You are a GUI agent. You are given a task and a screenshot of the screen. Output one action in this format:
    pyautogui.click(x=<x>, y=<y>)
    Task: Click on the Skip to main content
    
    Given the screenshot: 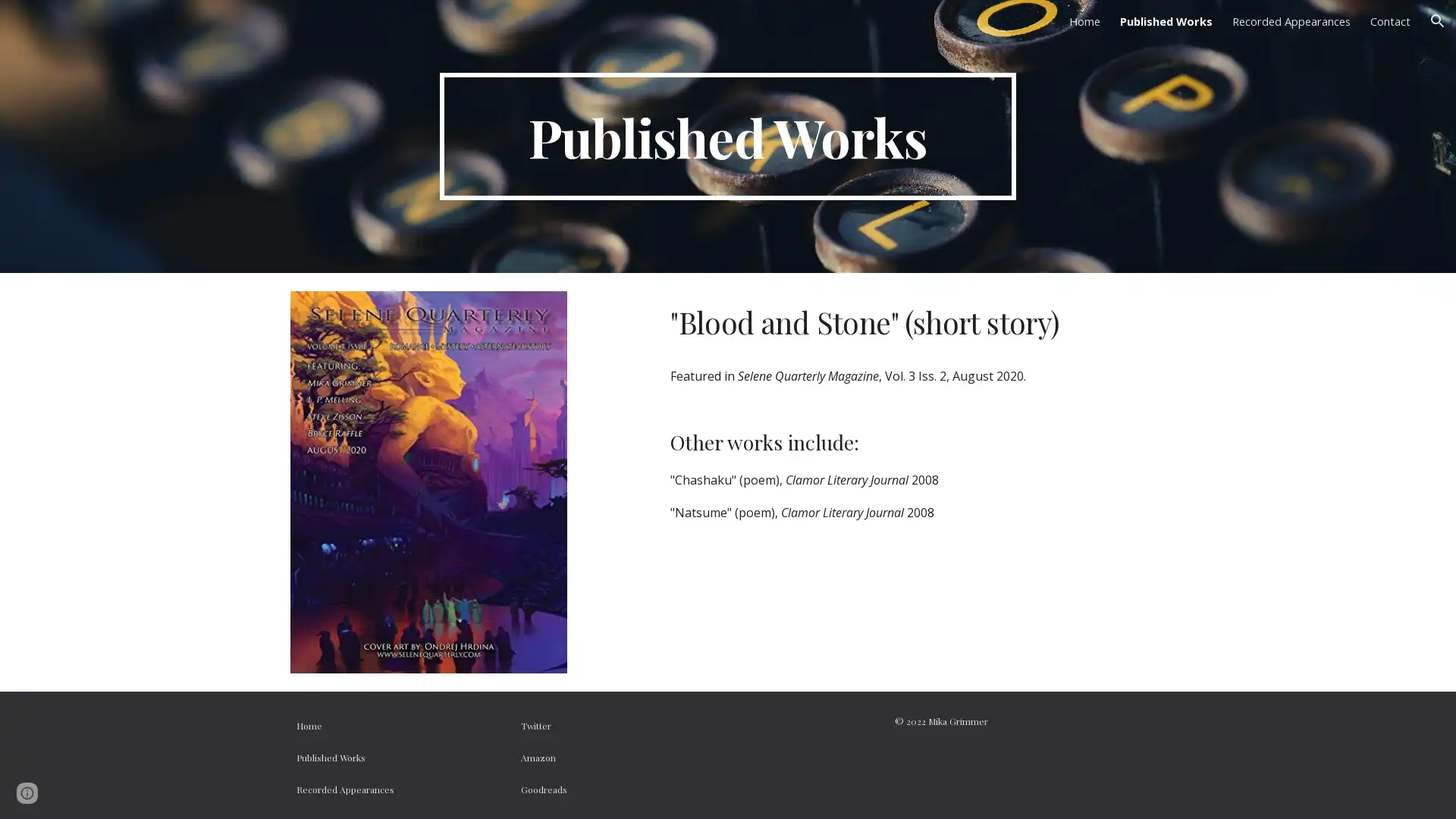 What is the action you would take?
    pyautogui.click(x=597, y=28)
    